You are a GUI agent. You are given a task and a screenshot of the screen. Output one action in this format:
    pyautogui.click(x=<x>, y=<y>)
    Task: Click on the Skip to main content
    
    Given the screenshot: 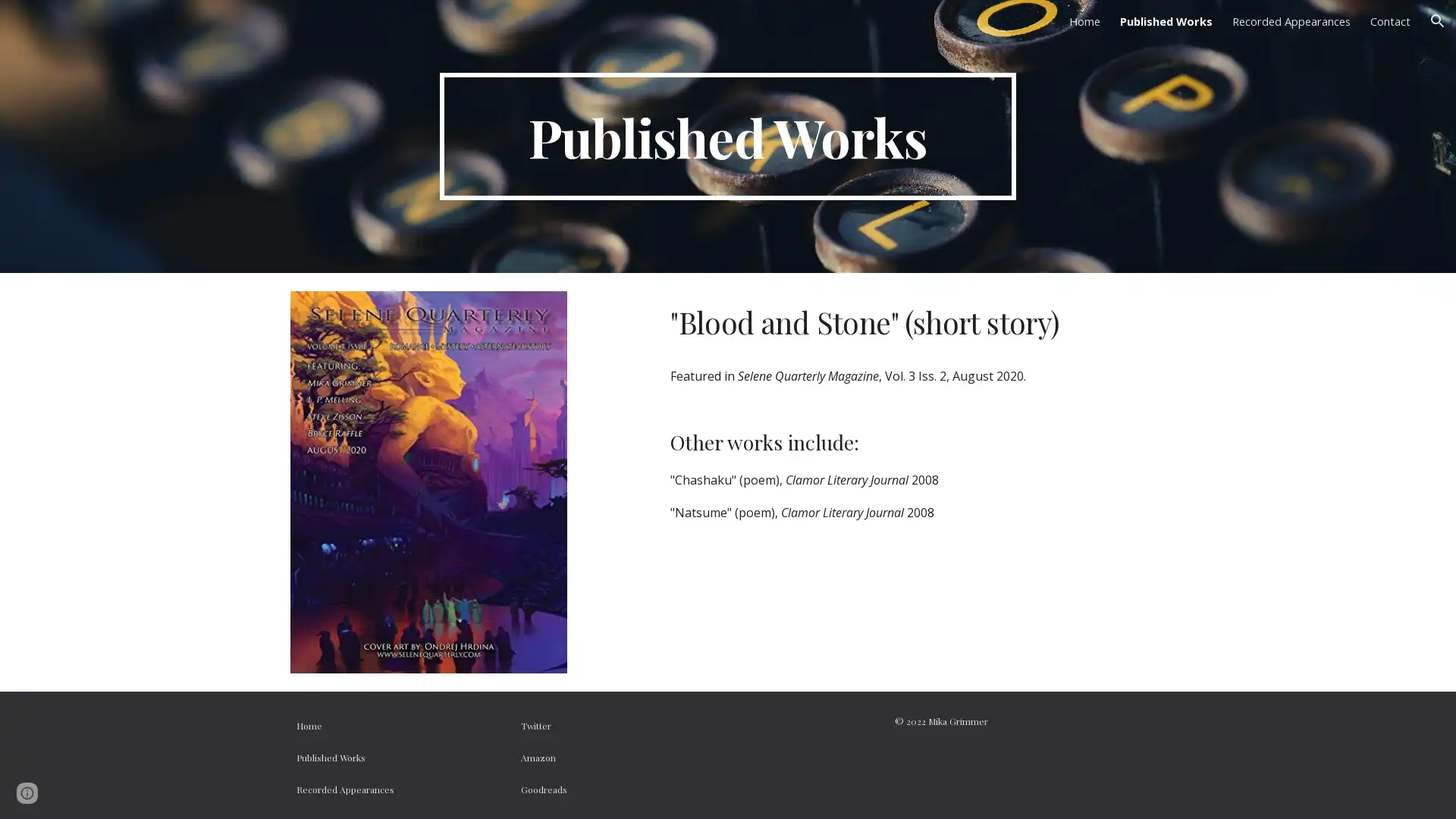 What is the action you would take?
    pyautogui.click(x=597, y=28)
    